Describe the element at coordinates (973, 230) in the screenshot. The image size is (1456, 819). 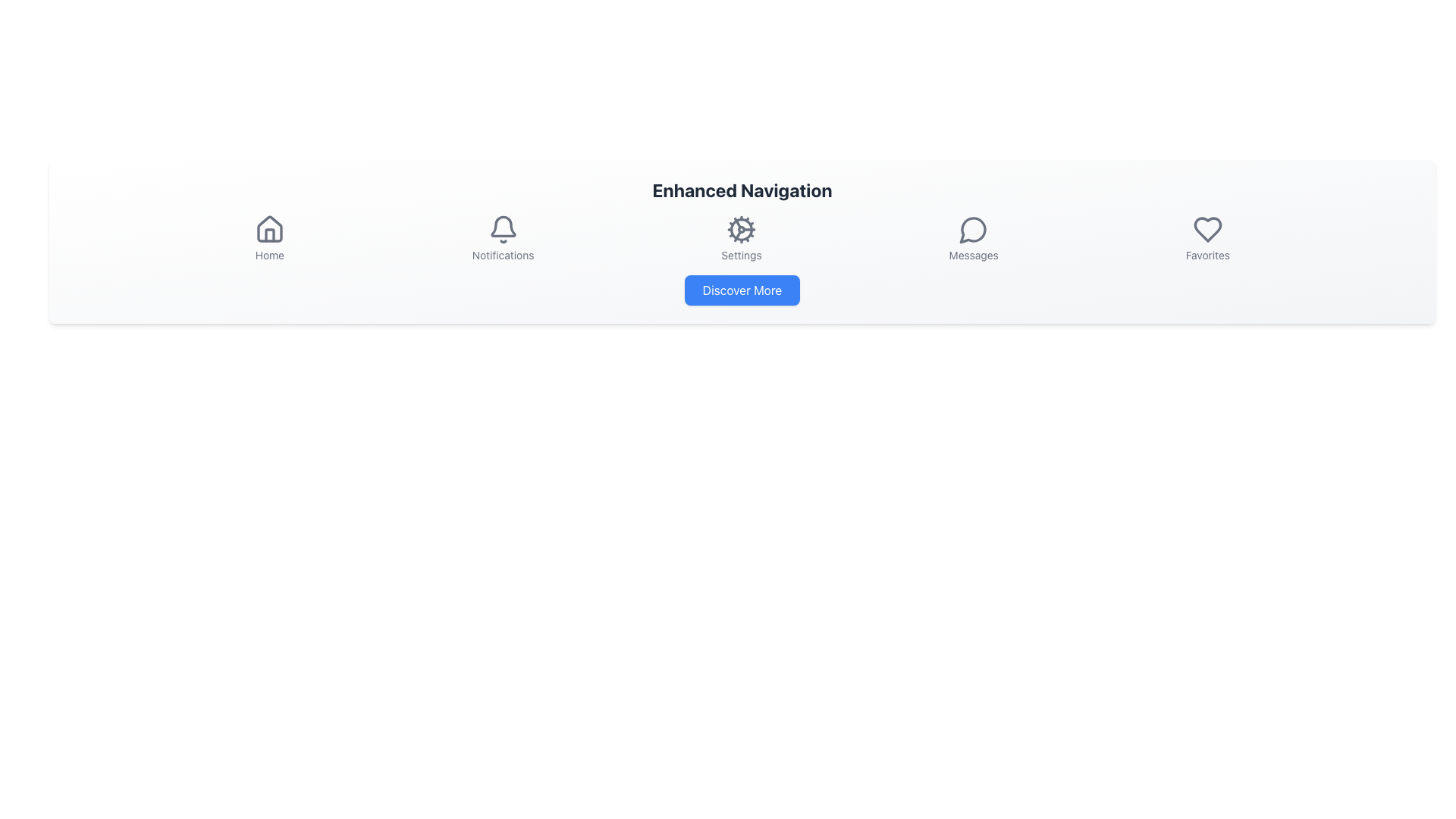
I see `the 'Messages' icon located in the centralized navigation bar, positioned between 'Settings' and 'Favorites'` at that location.